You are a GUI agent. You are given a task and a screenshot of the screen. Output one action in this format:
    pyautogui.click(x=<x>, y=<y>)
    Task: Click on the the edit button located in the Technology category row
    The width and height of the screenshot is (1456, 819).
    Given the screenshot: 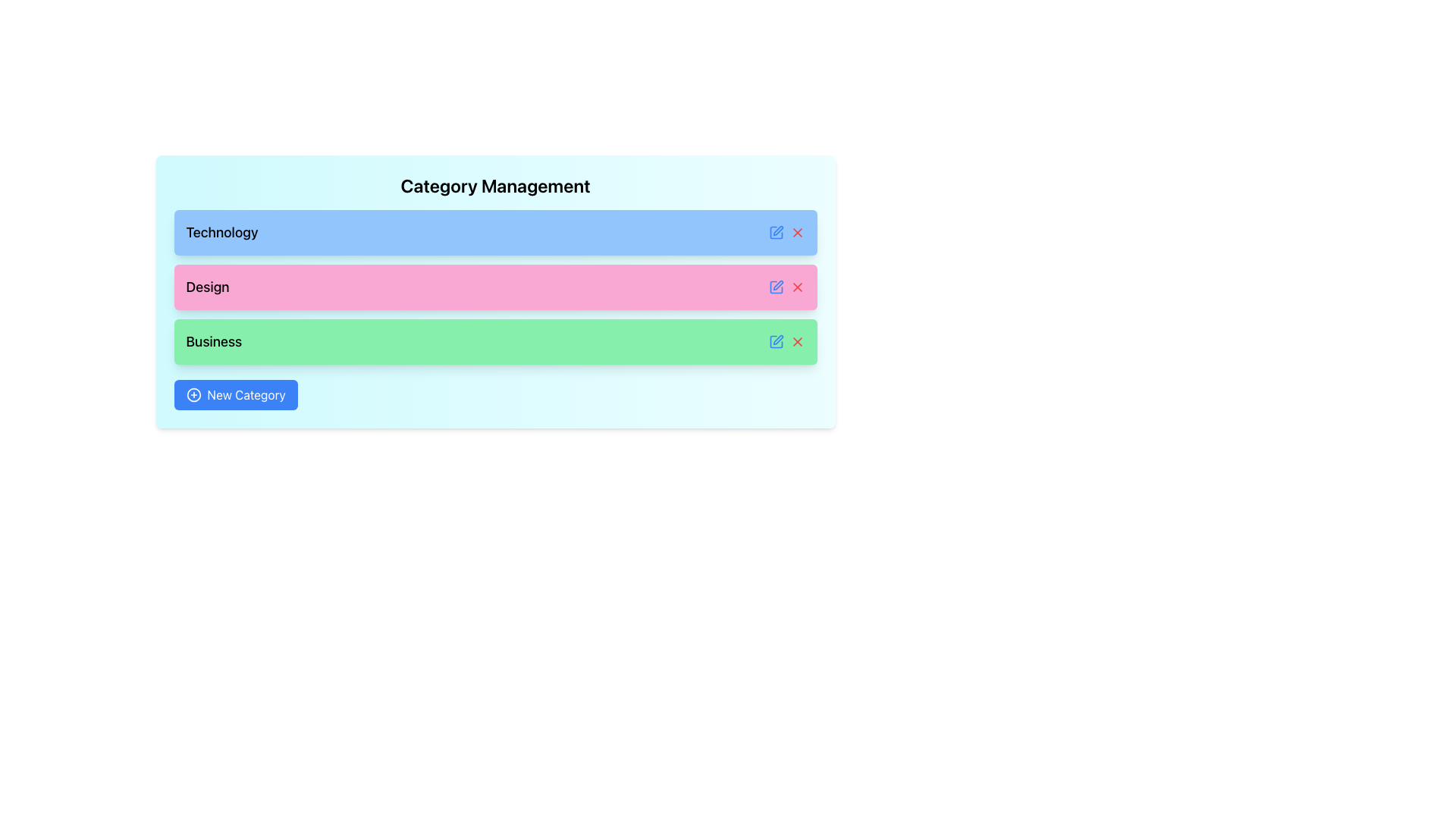 What is the action you would take?
    pyautogui.click(x=776, y=233)
    